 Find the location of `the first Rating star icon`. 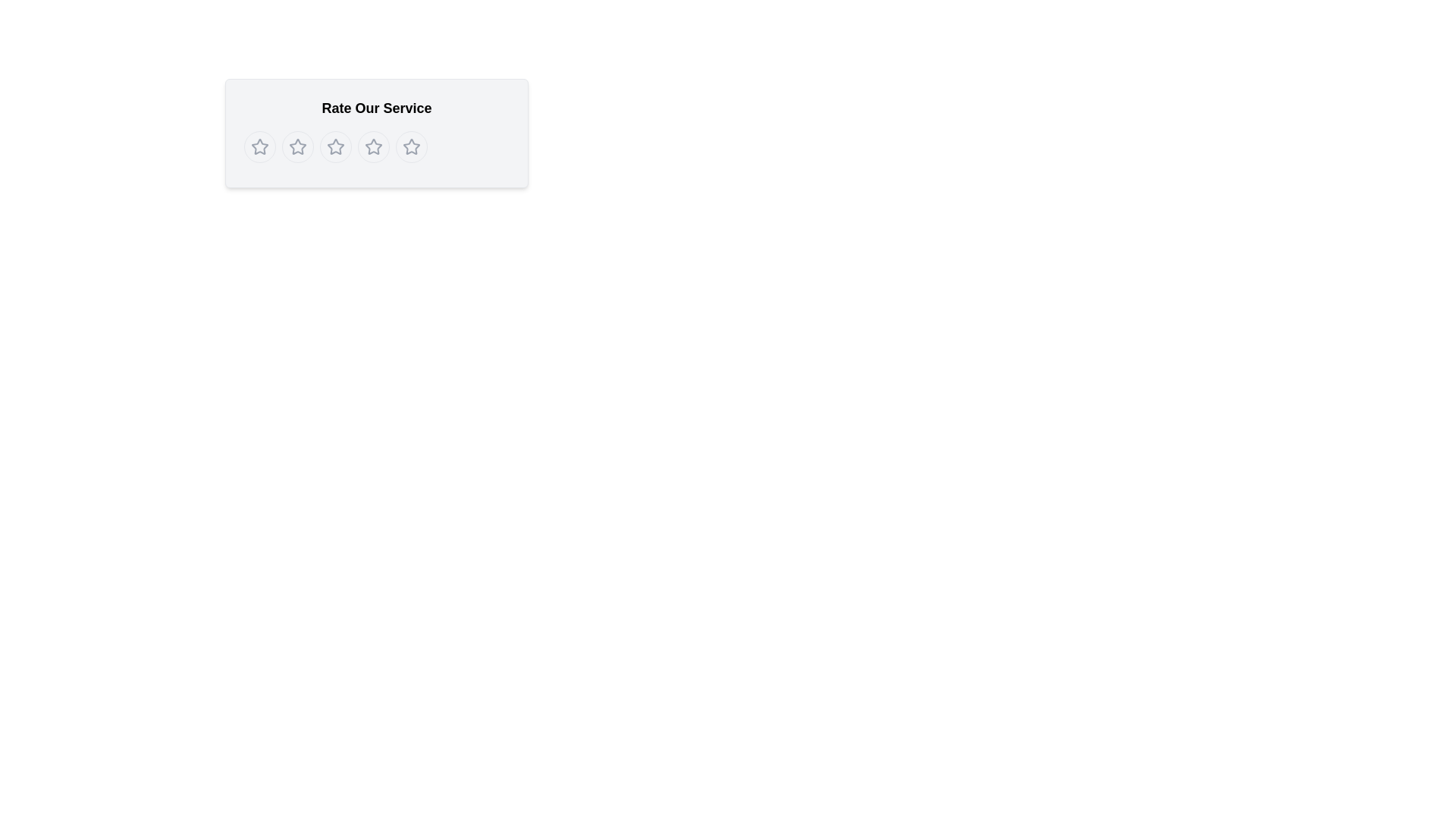

the first Rating star icon is located at coordinates (259, 146).